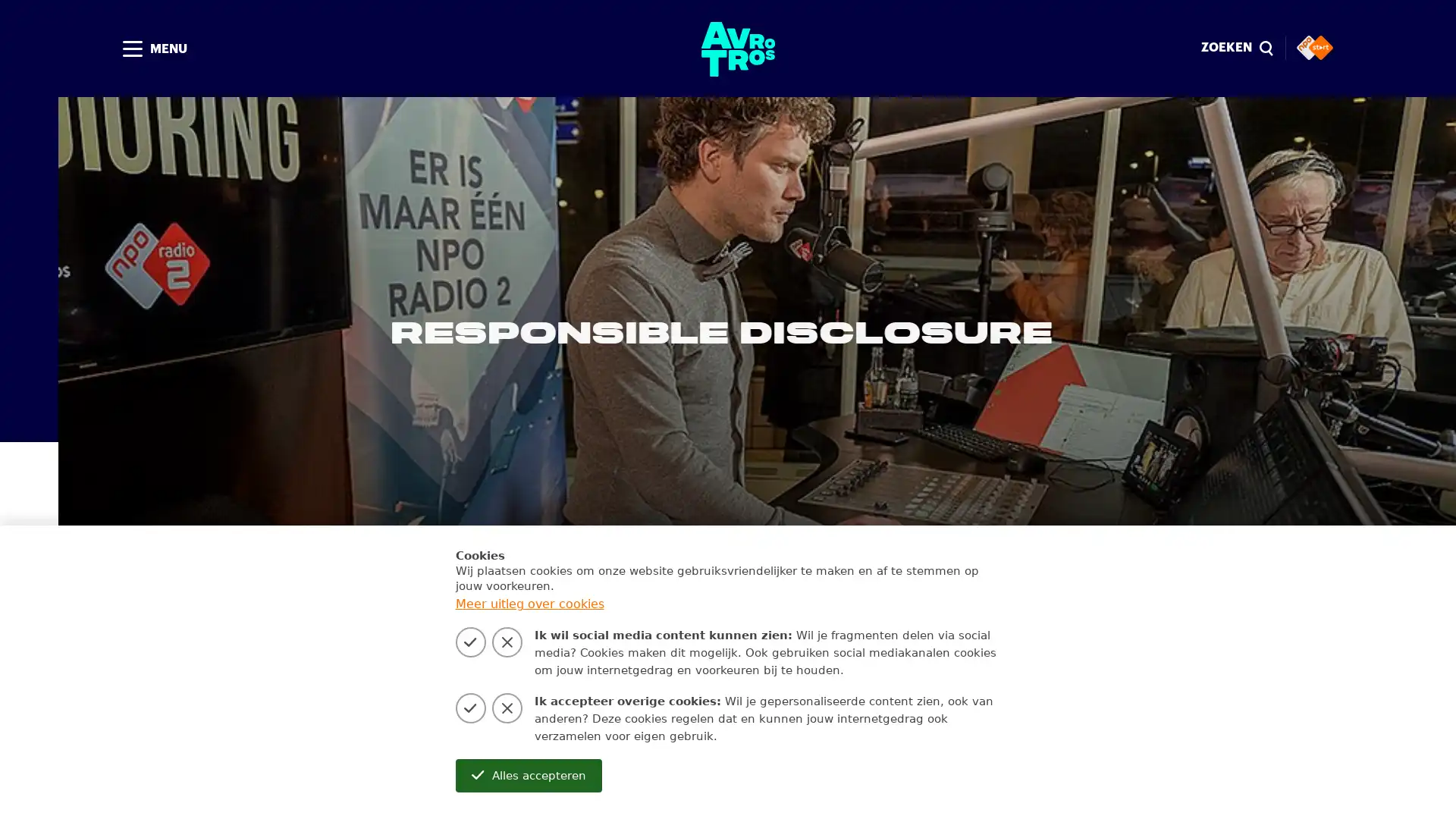 This screenshot has height=819, width=1456. Describe the element at coordinates (1266, 49) in the screenshot. I see `Sluiten` at that location.